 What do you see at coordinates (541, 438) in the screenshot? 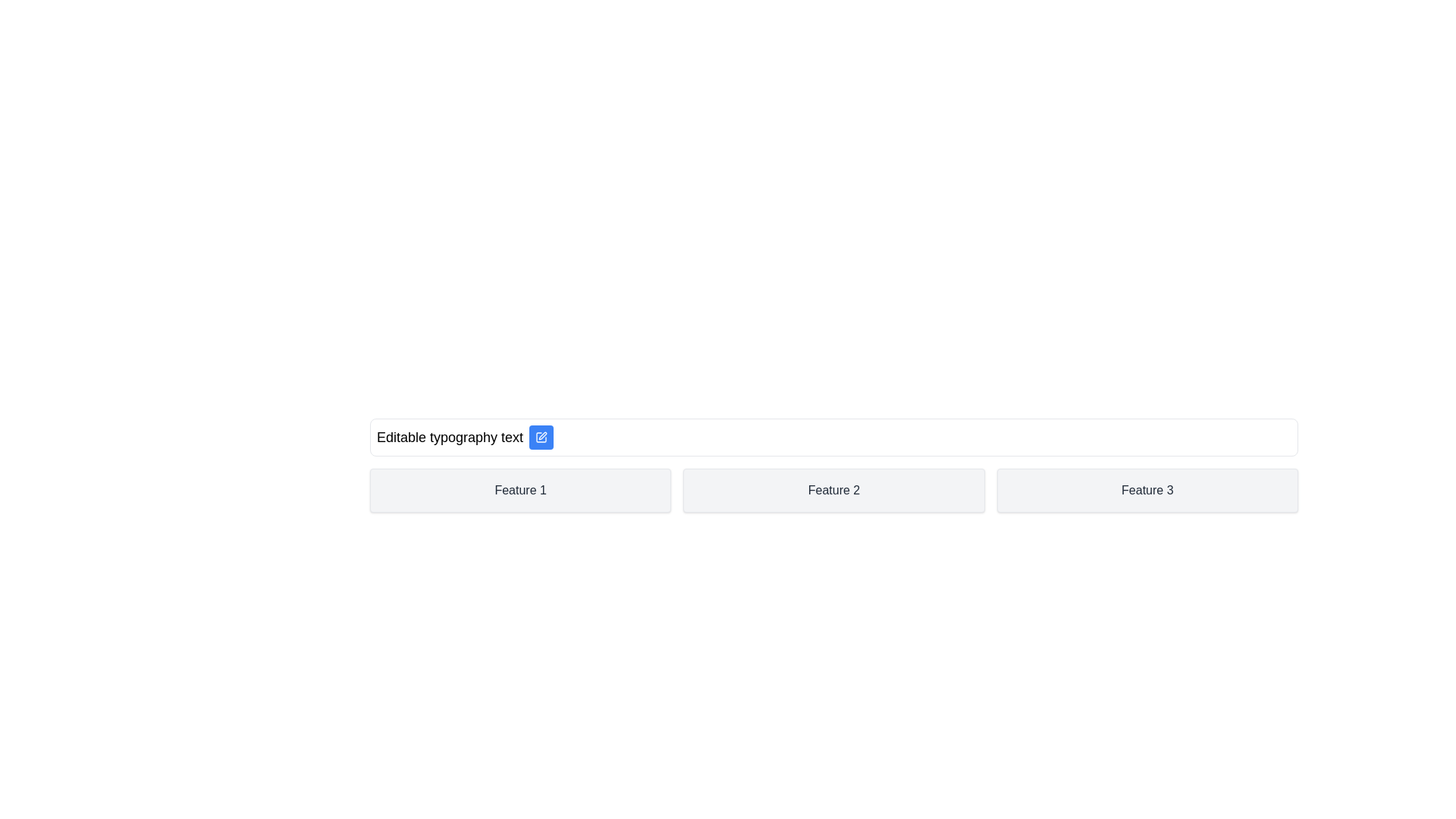
I see `the small blue button with a white pen icon inside it, which represents an edit functionality, to observe a color change` at bounding box center [541, 438].